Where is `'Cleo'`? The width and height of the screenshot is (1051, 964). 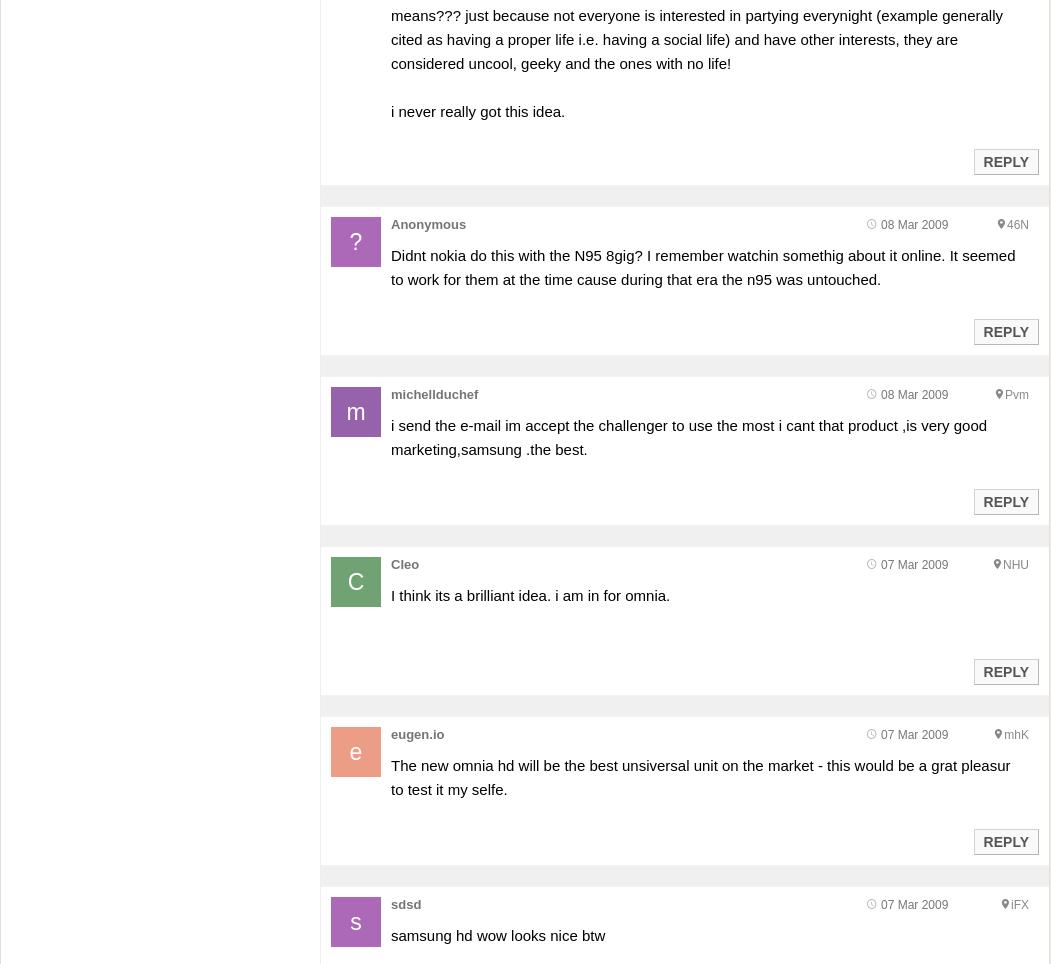
'Cleo' is located at coordinates (403, 563).